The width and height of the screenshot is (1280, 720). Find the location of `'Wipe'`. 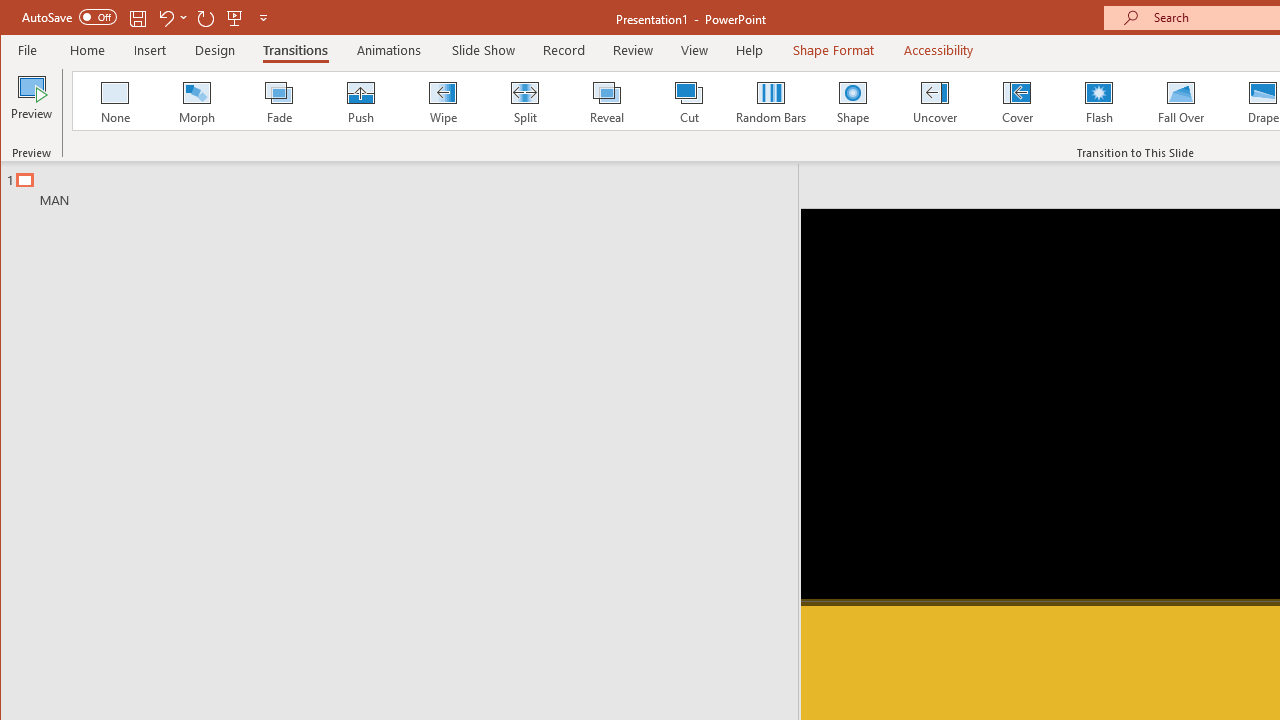

'Wipe' is located at coordinates (441, 100).